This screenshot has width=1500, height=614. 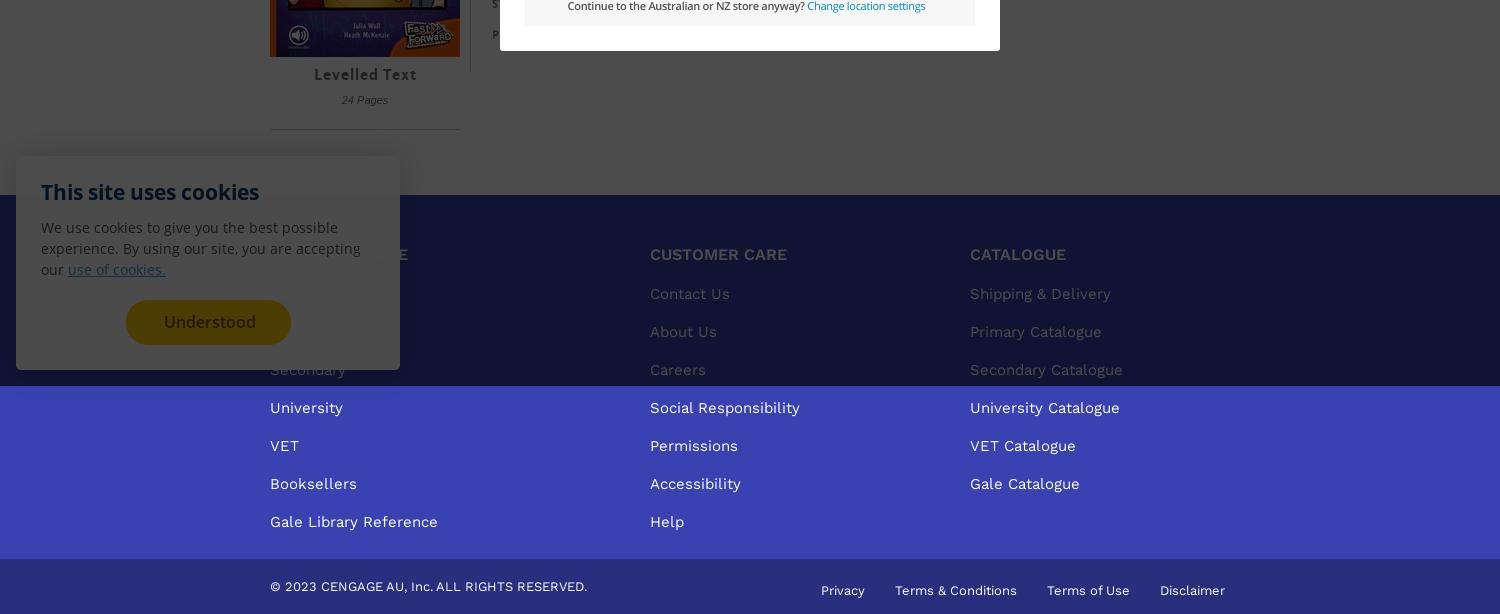 I want to click on 'Contact Us', so click(x=689, y=292).